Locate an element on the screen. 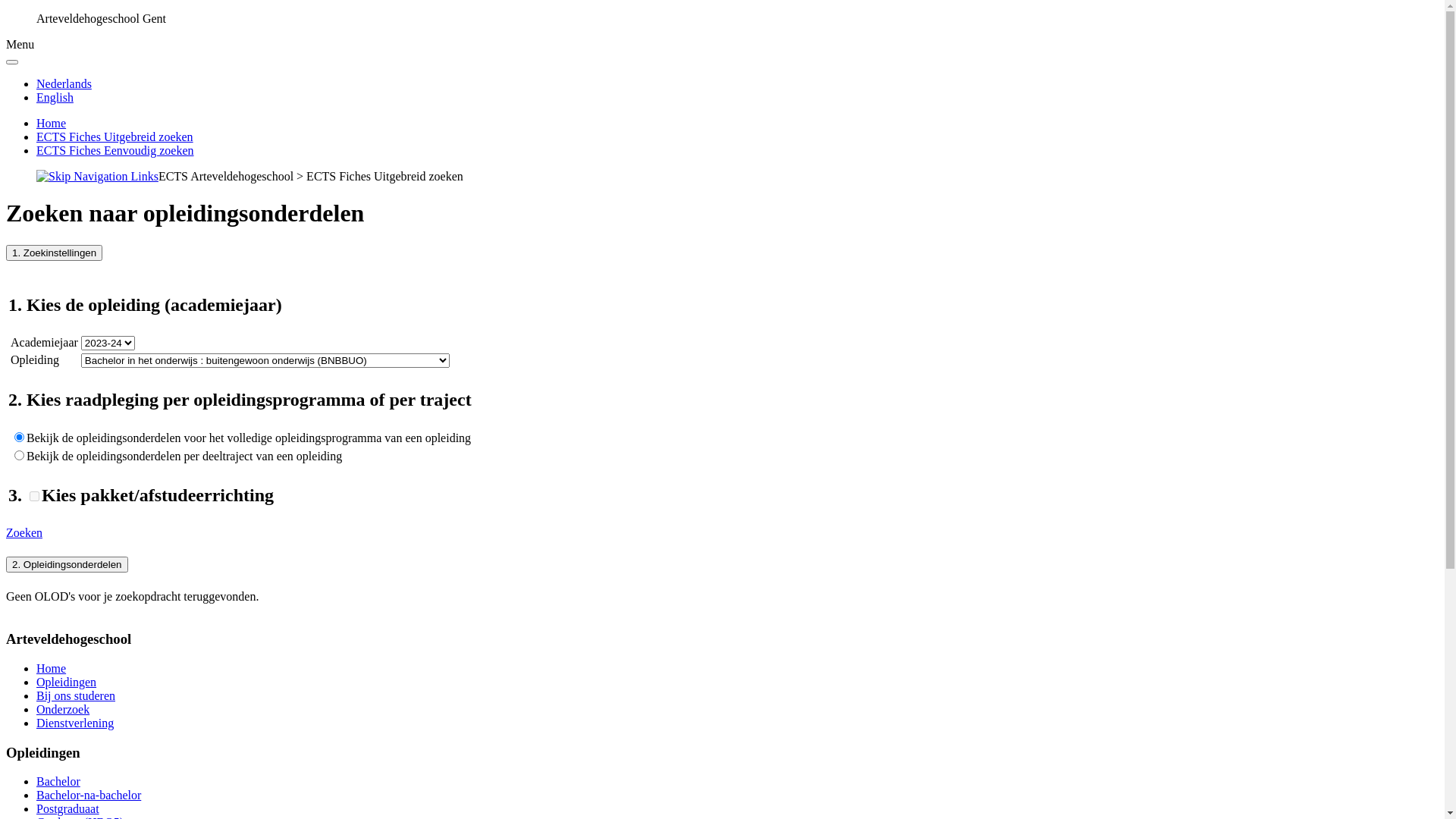  'ECTS Fiches Uitgebreid zoeken' is located at coordinates (114, 136).